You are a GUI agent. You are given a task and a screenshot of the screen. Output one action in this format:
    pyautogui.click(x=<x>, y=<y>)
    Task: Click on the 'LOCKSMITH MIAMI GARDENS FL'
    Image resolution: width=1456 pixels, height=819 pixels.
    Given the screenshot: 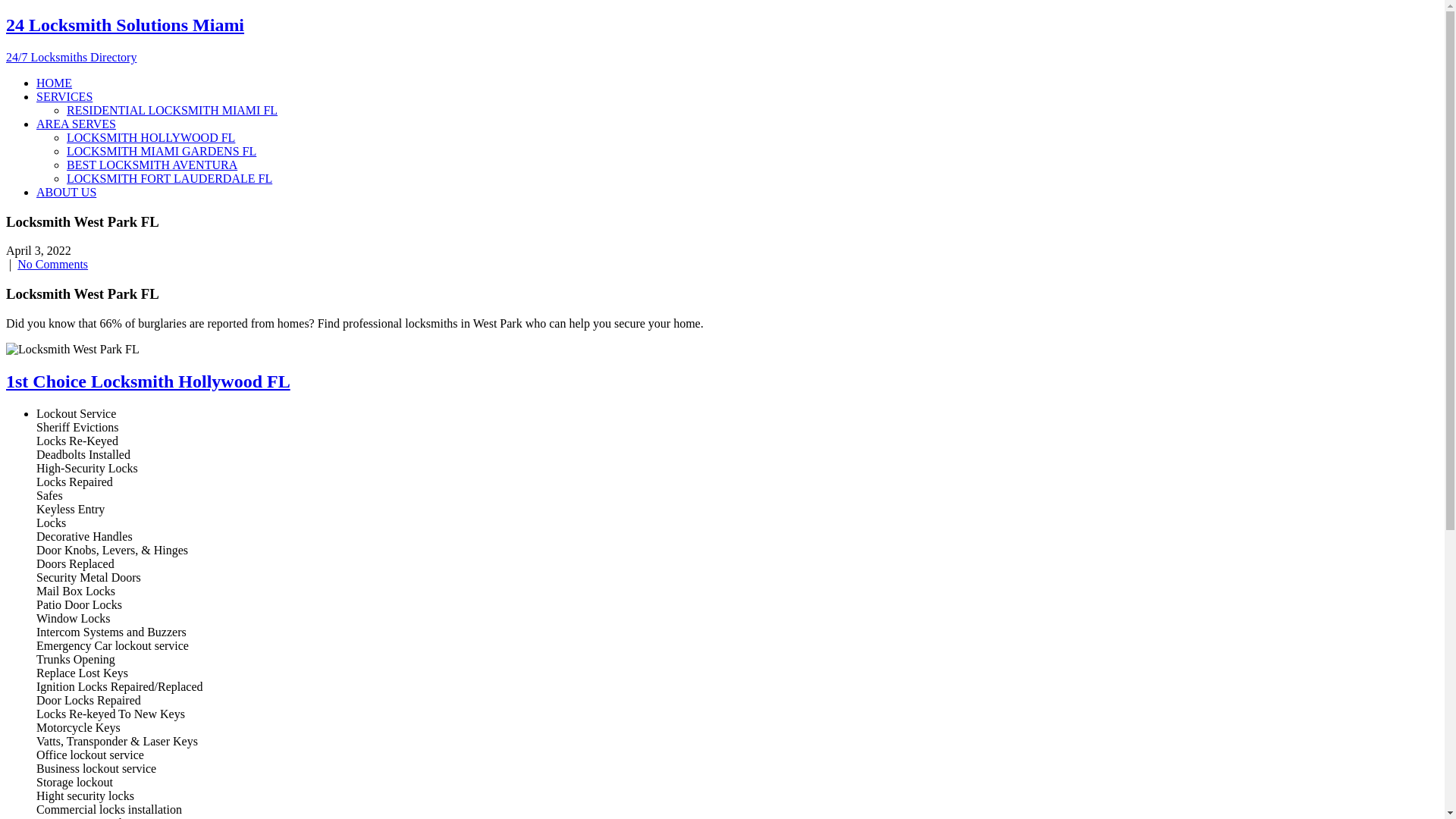 What is the action you would take?
    pyautogui.click(x=161, y=151)
    